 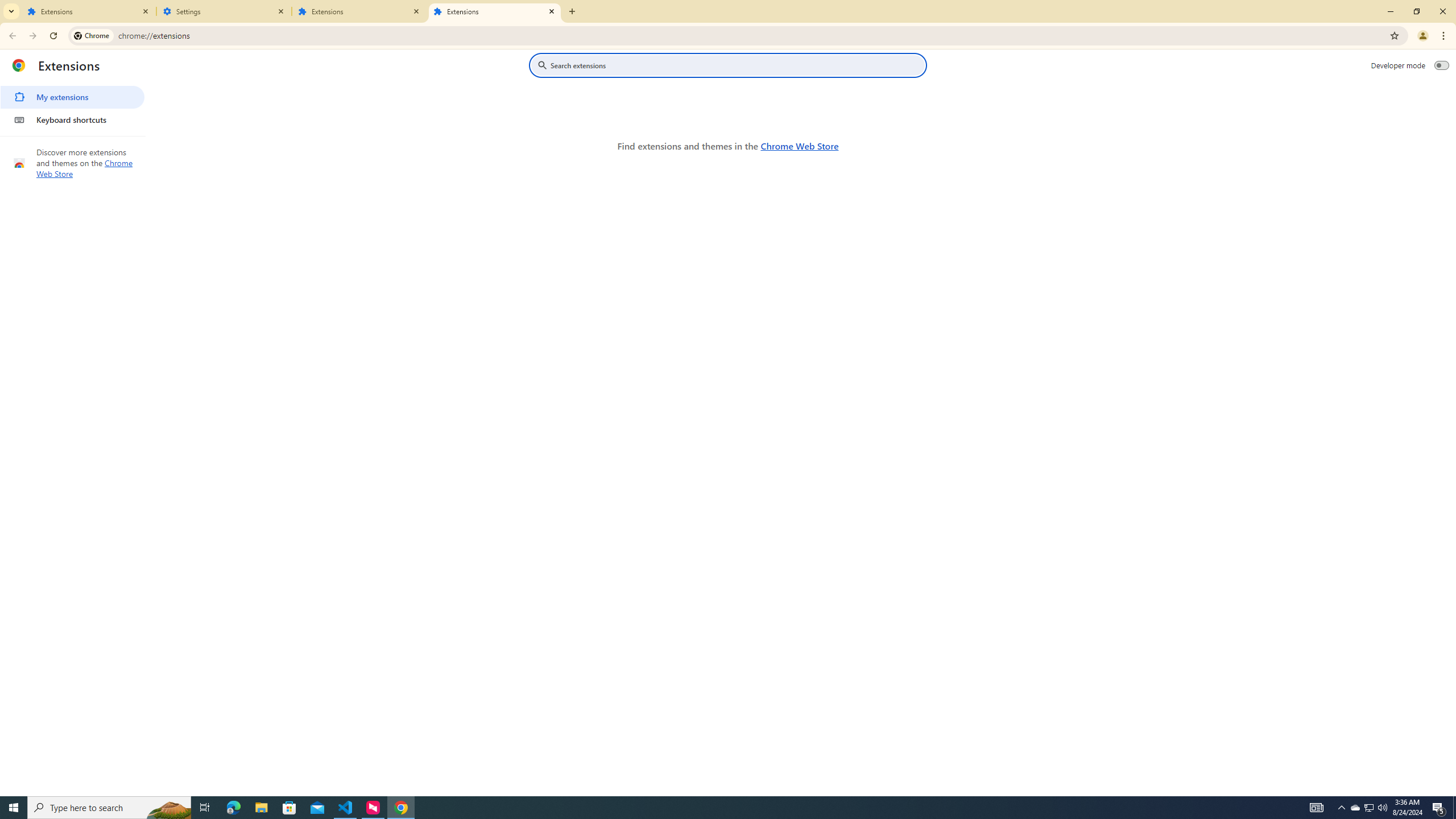 I want to click on 'Developer mode', so click(x=1442, y=65).